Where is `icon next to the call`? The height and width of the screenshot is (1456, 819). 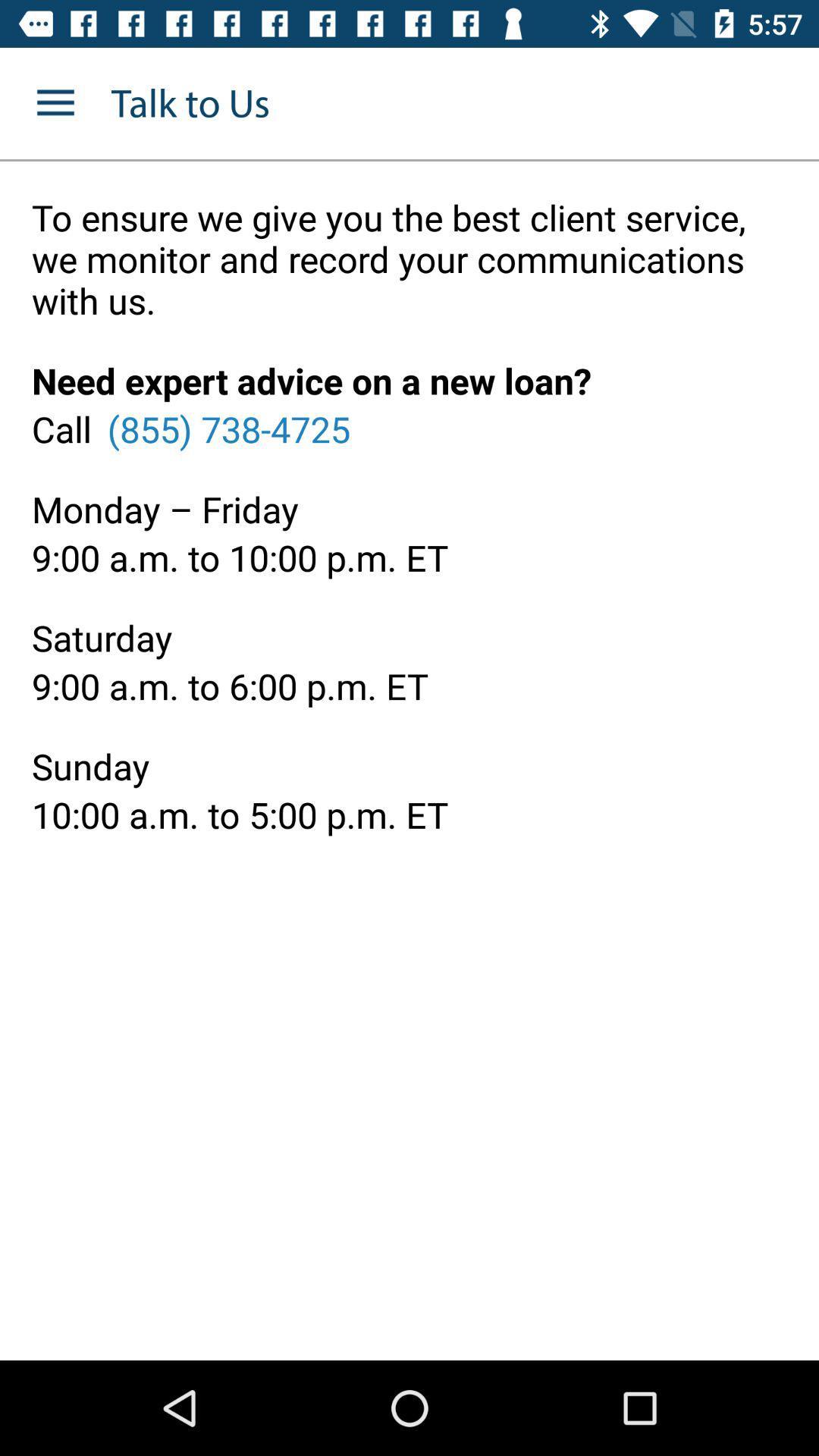
icon next to the call is located at coordinates (228, 428).